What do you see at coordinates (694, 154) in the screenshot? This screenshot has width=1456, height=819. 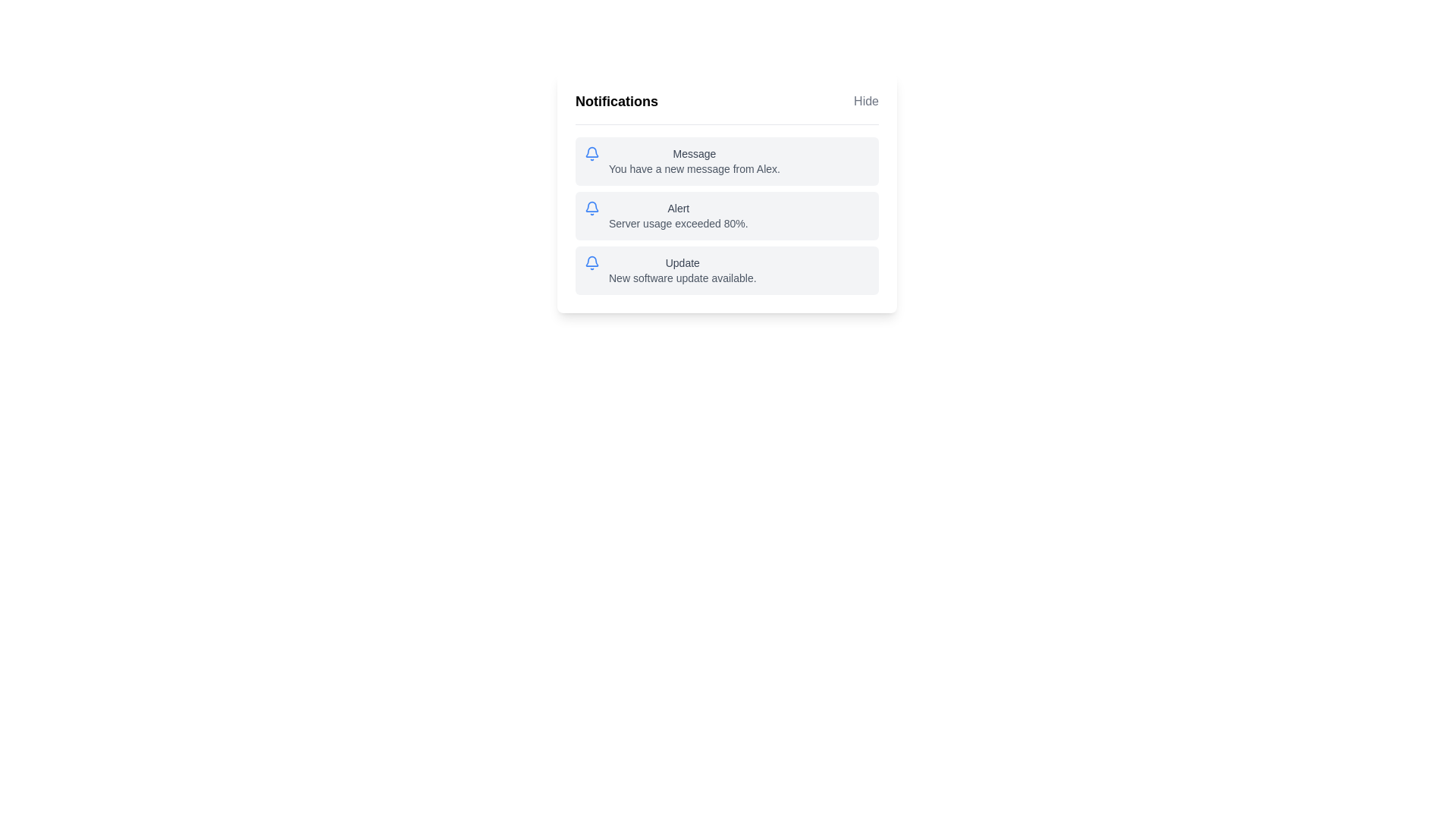 I see `the 'Message' text label located at the top-left corner of the first notification card, which is styled in gray with medium font-weight` at bounding box center [694, 154].